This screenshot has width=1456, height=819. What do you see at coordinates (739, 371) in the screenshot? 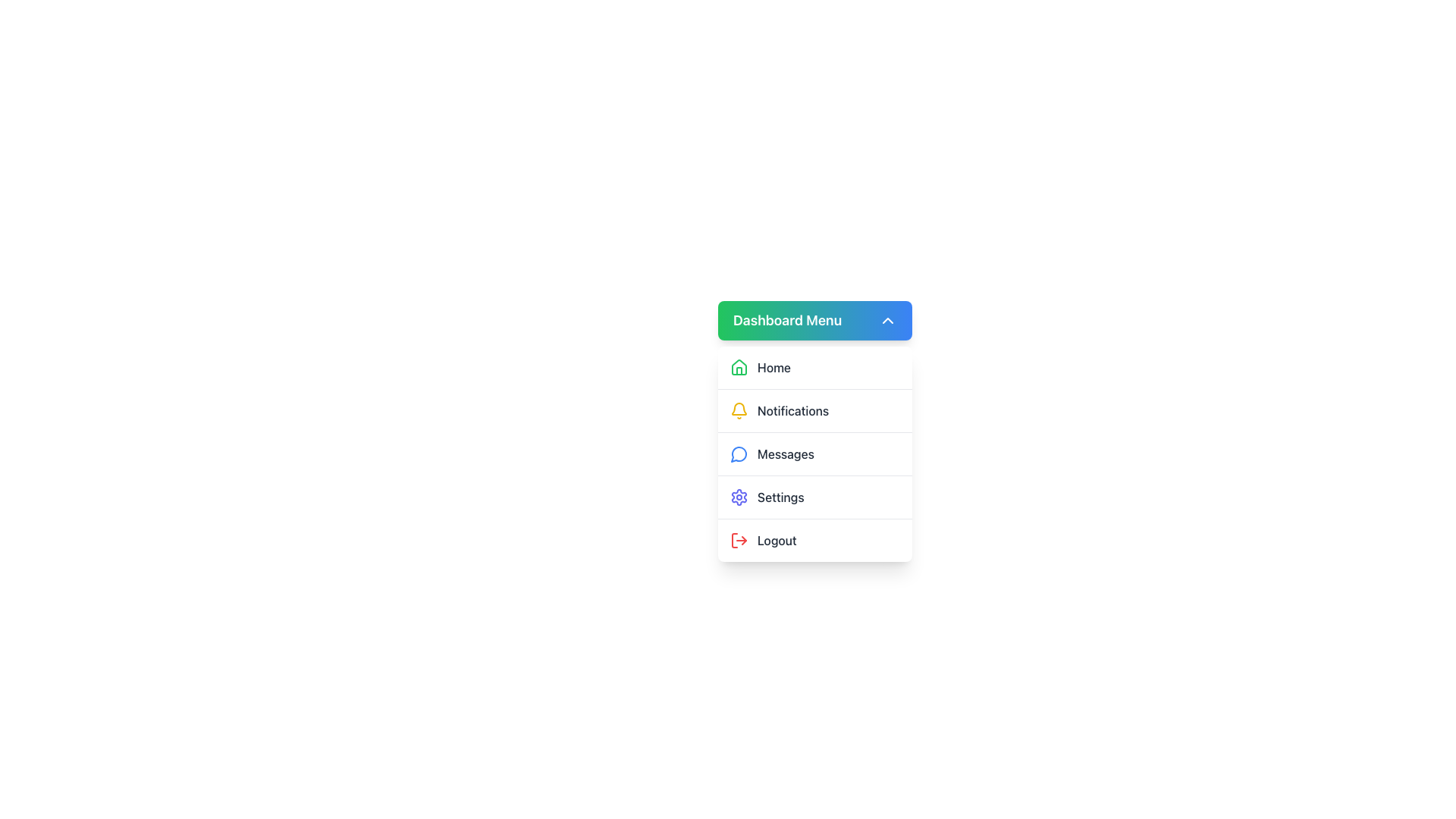
I see `the doorway element of the house icon, which is the lower rectangular component in the SVG representation of the 'Home' menu item` at bounding box center [739, 371].